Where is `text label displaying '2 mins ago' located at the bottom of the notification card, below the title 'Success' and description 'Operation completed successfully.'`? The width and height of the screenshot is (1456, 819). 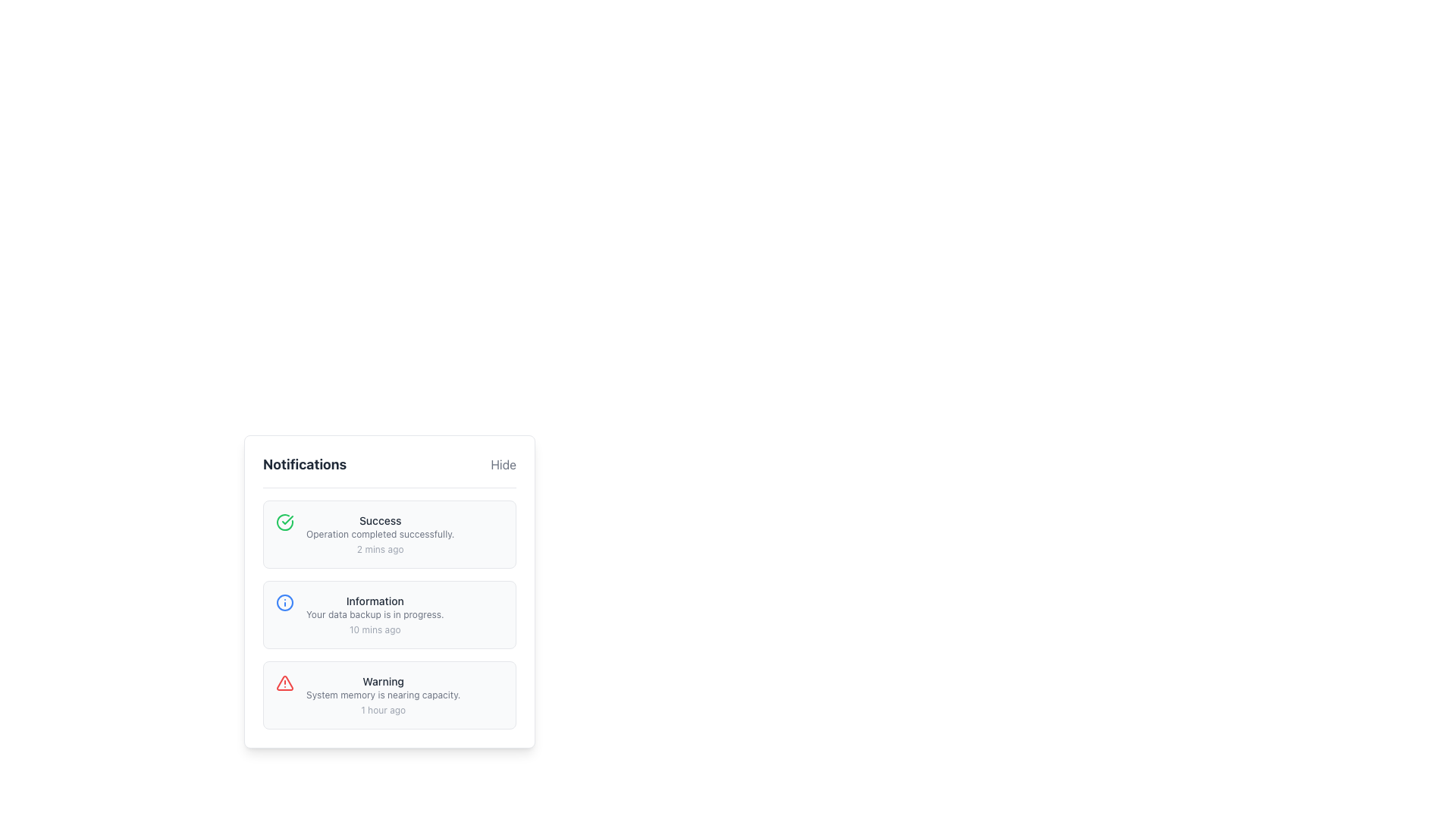 text label displaying '2 mins ago' located at the bottom of the notification card, below the title 'Success' and description 'Operation completed successfully.' is located at coordinates (380, 550).